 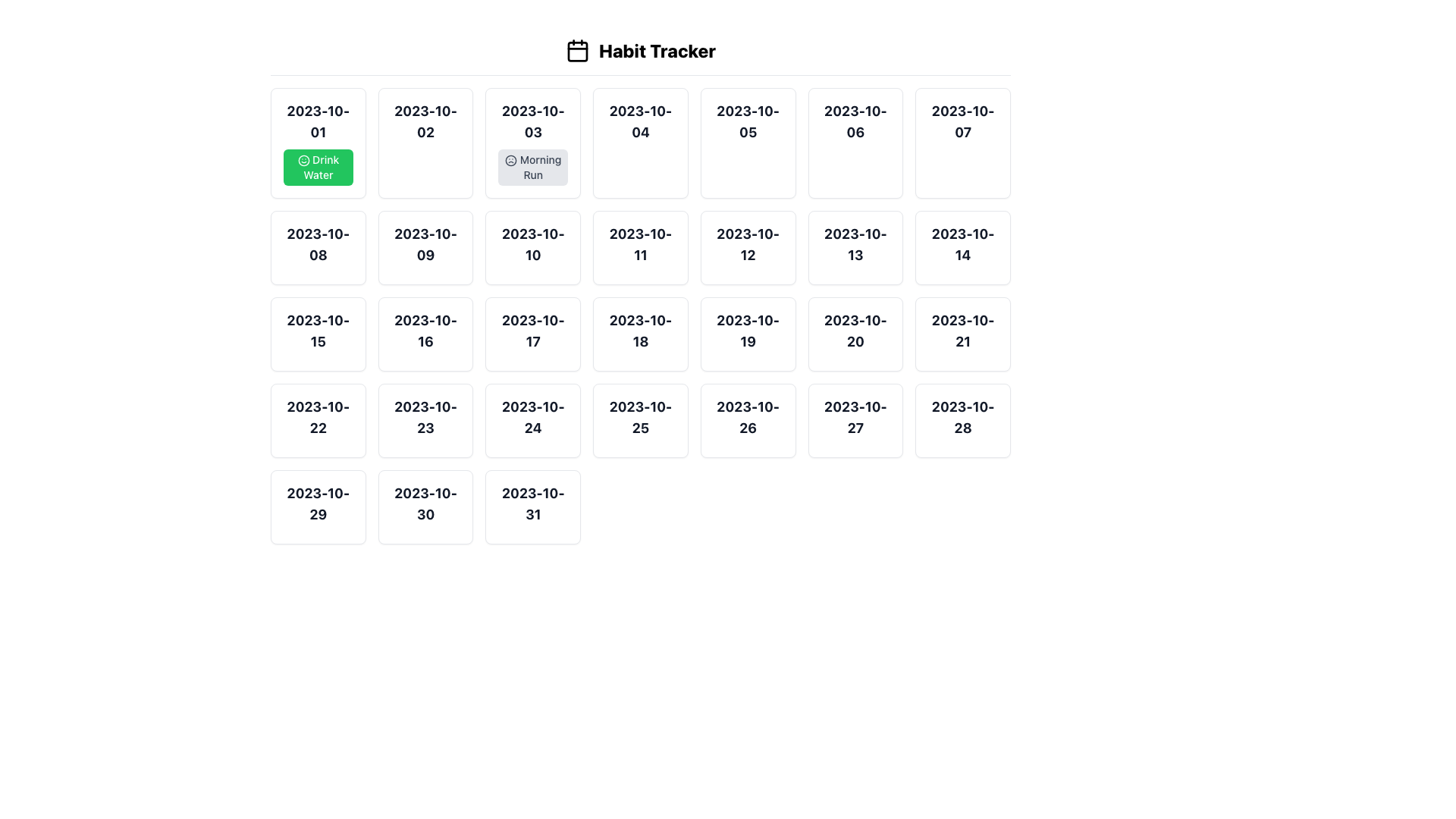 I want to click on the date box displaying '2023-10-13', so click(x=855, y=247).